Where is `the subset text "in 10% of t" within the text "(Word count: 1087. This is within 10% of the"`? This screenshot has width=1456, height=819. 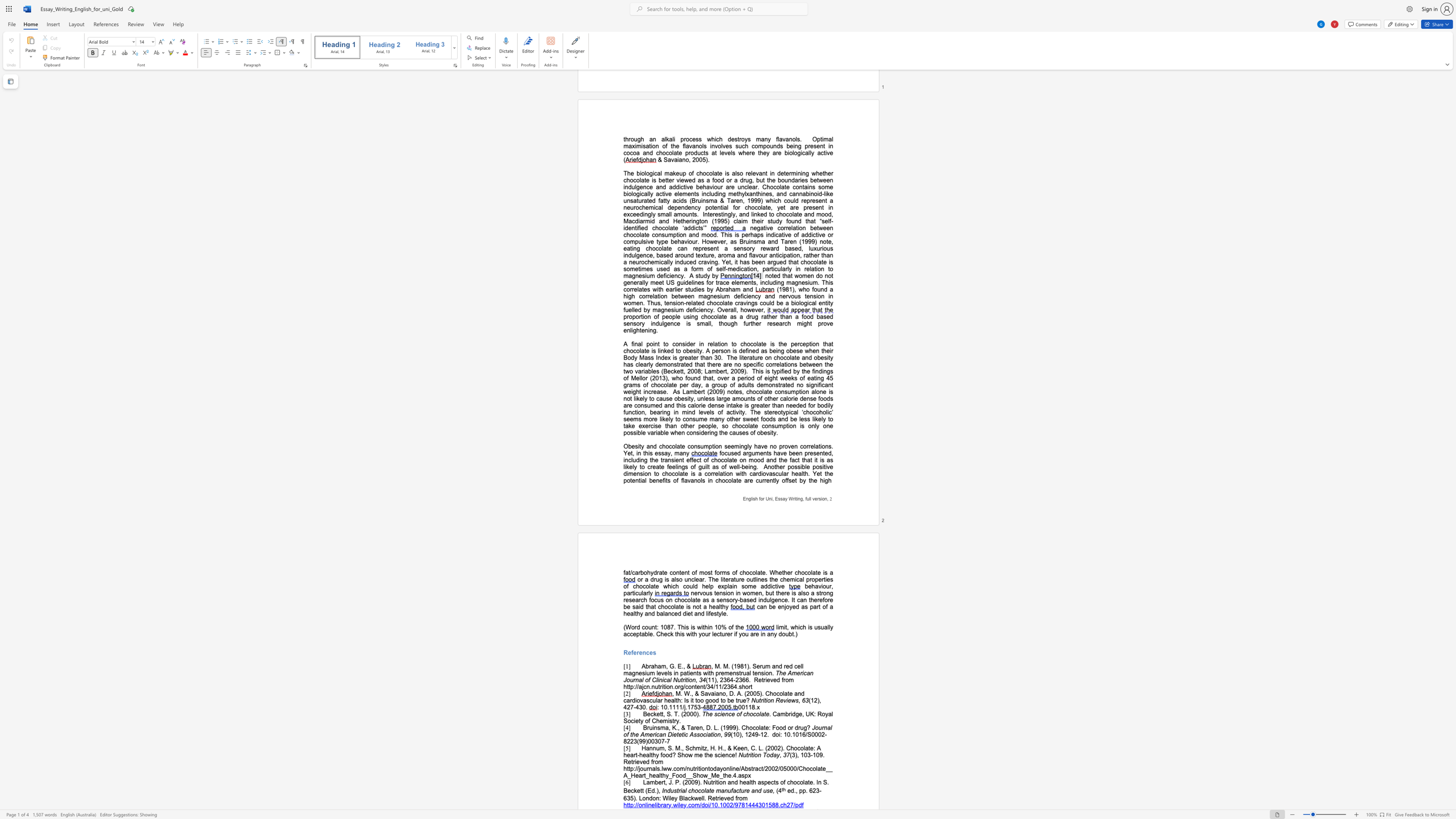 the subset text "in 10% of t" within the text "(Word count: 1087. This is within 10% of the" is located at coordinates (708, 626).